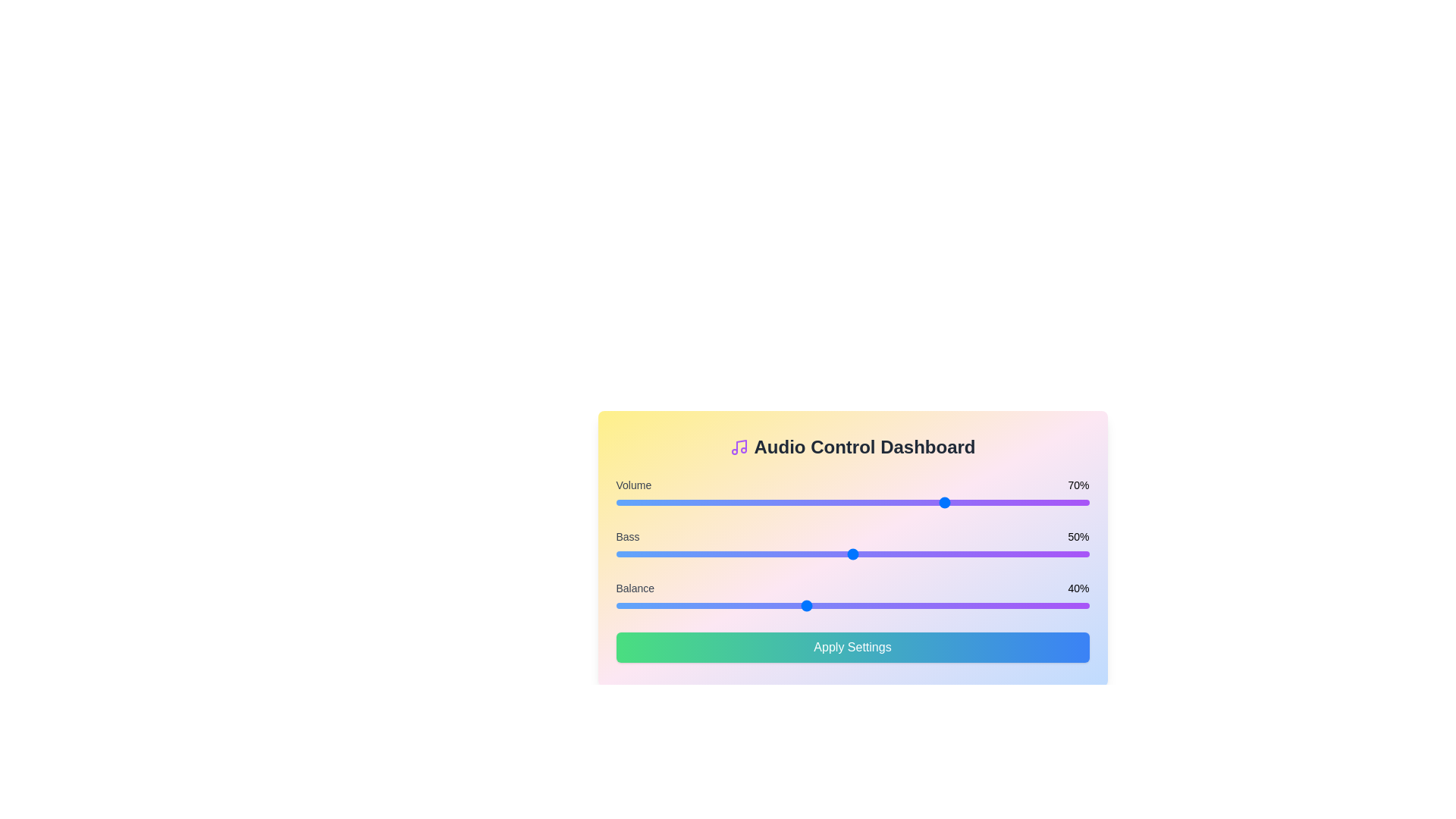 The image size is (1456, 819). What do you see at coordinates (758, 503) in the screenshot?
I see `the volume slider` at bounding box center [758, 503].